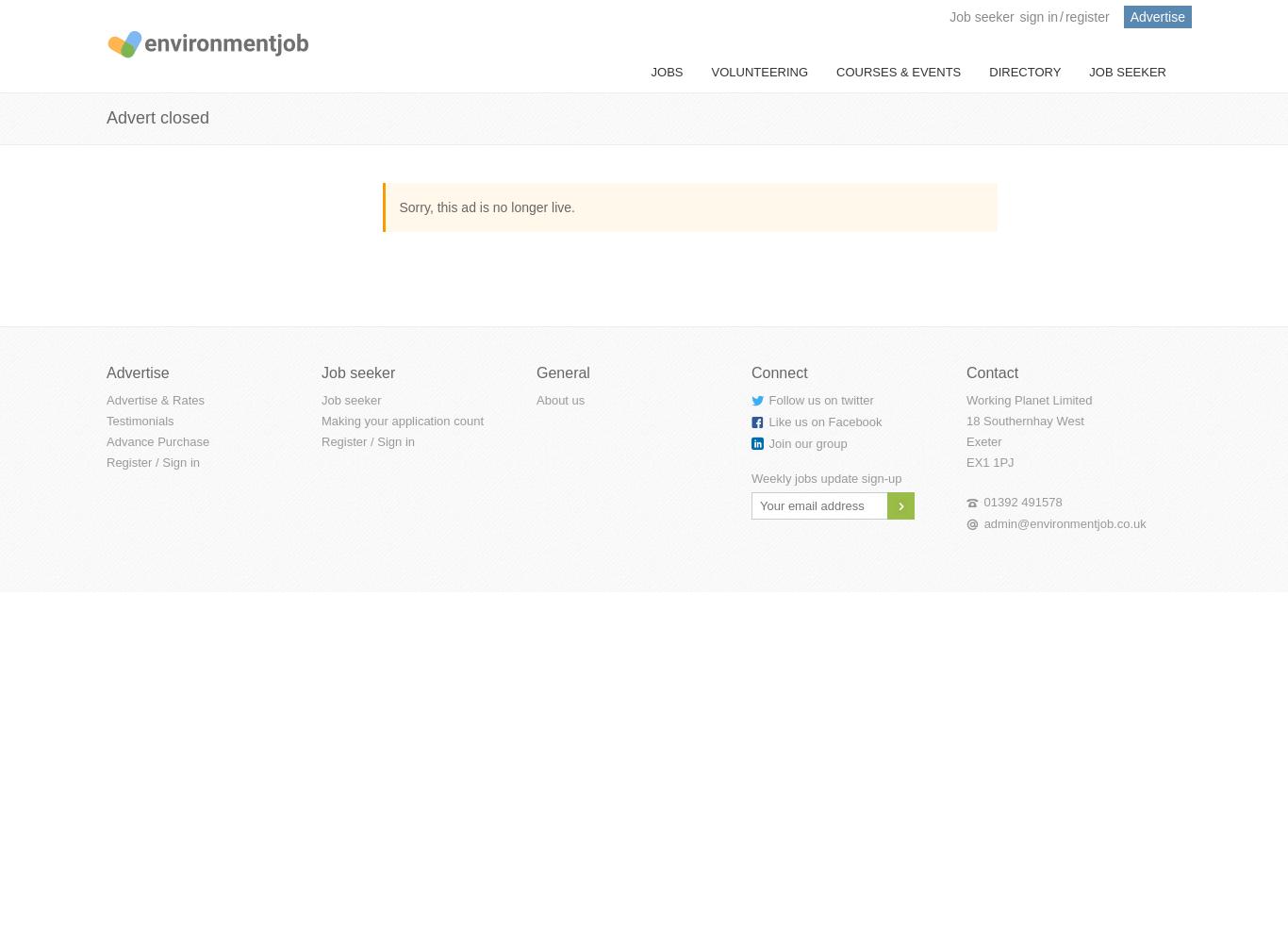  I want to click on 'Volunteering', so click(758, 71).